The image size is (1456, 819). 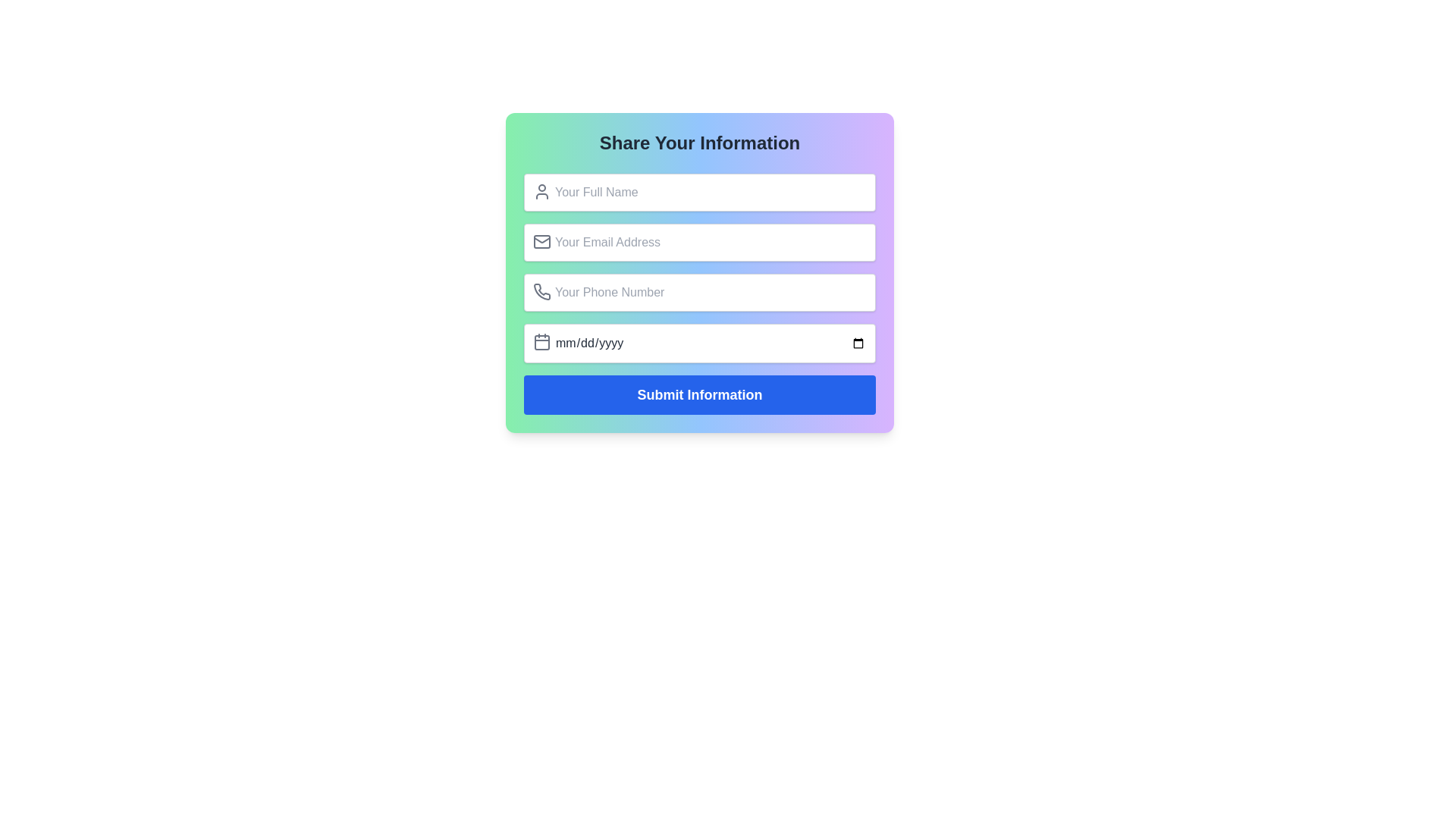 What do you see at coordinates (698, 394) in the screenshot?
I see `the 'Submit Information' button, which is a rectangular button with a blue background and white bold text` at bounding box center [698, 394].